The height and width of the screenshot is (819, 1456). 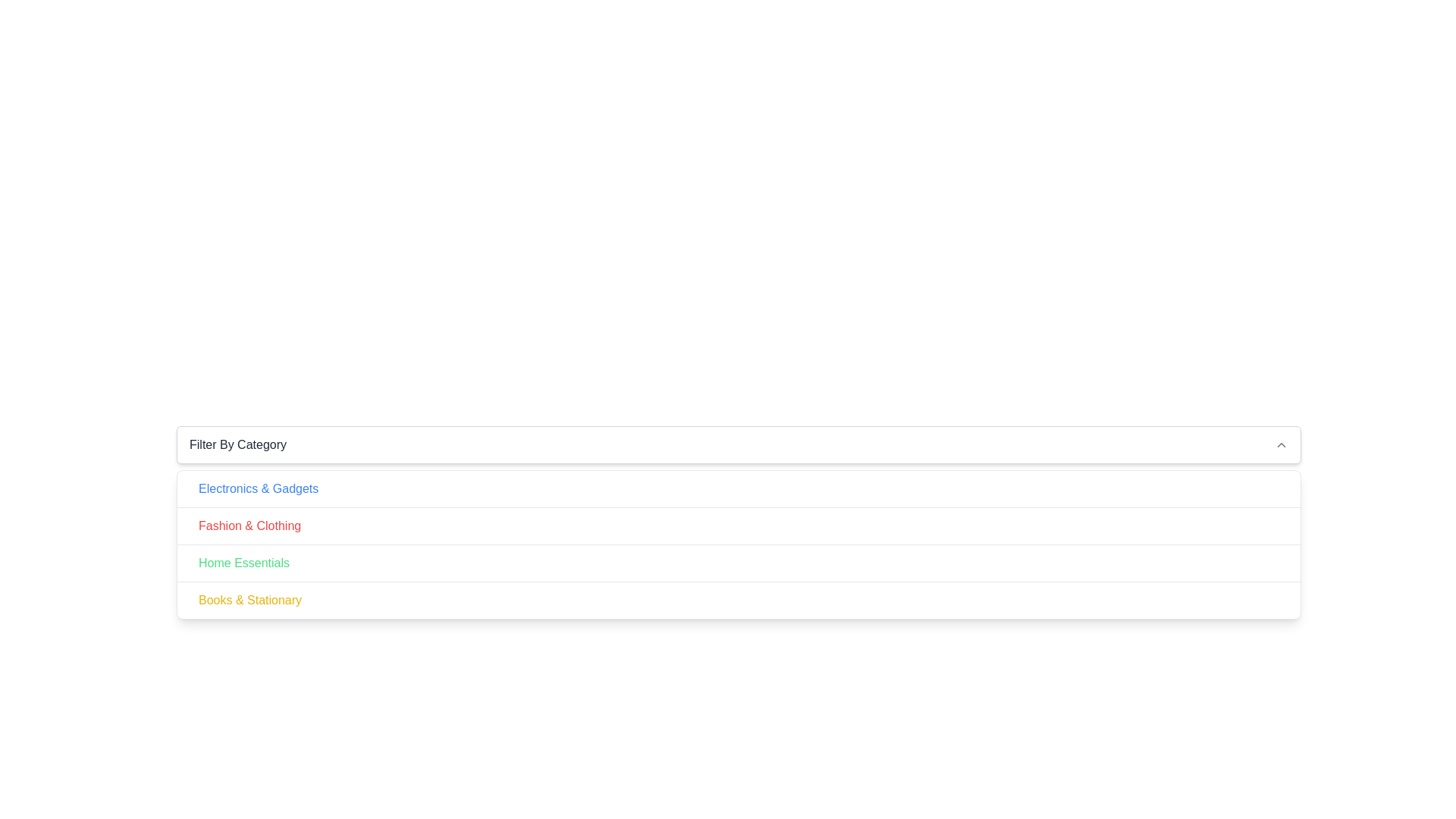 What do you see at coordinates (249, 526) in the screenshot?
I see `the 'Fashion & Clothing' category link, which is the second item in the vertical list under 'Filter By Category'` at bounding box center [249, 526].